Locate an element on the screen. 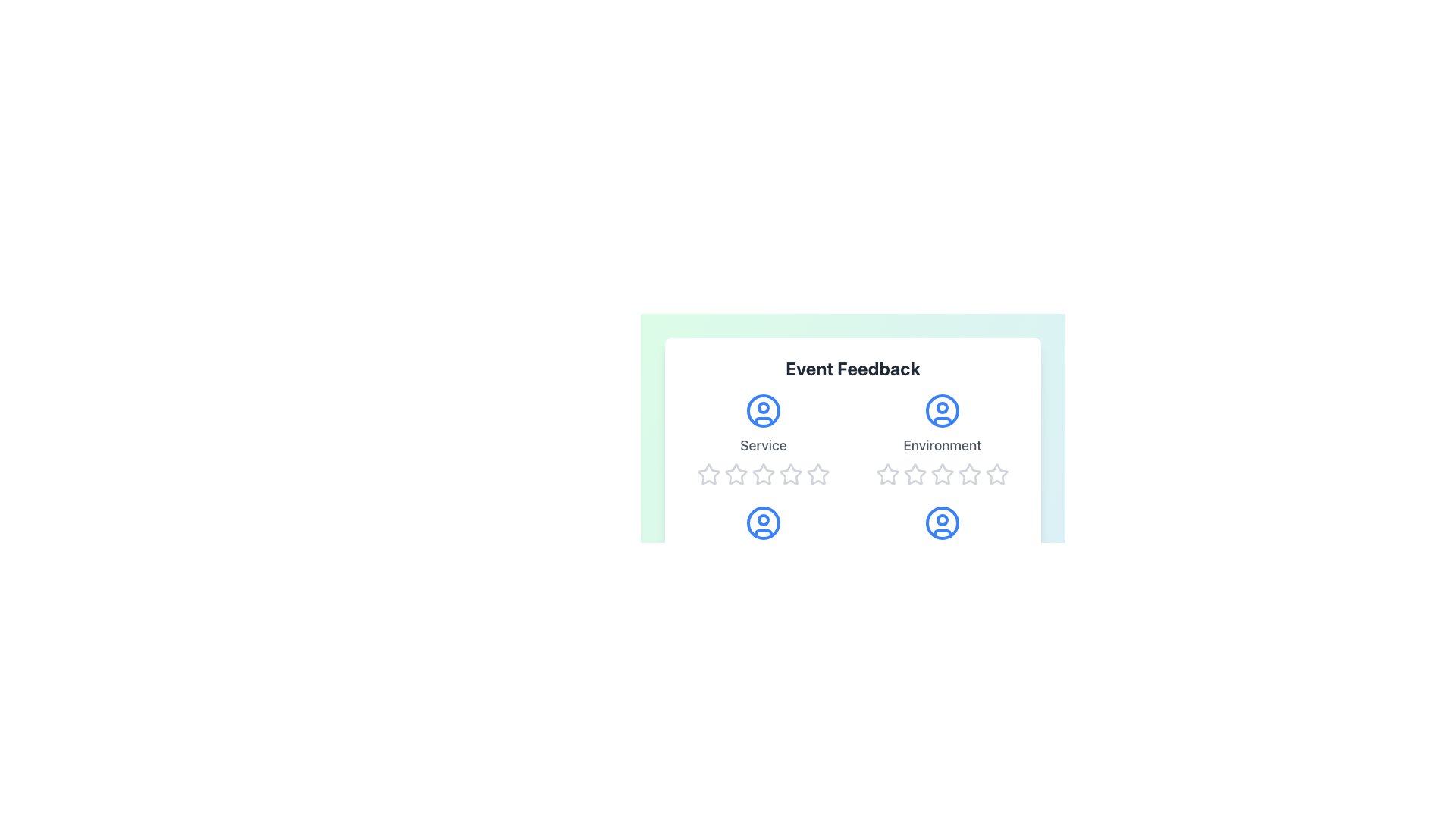 The height and width of the screenshot is (819, 1456). the fourth interactive star icon in the rating section under the 'Environment' label is located at coordinates (997, 473).